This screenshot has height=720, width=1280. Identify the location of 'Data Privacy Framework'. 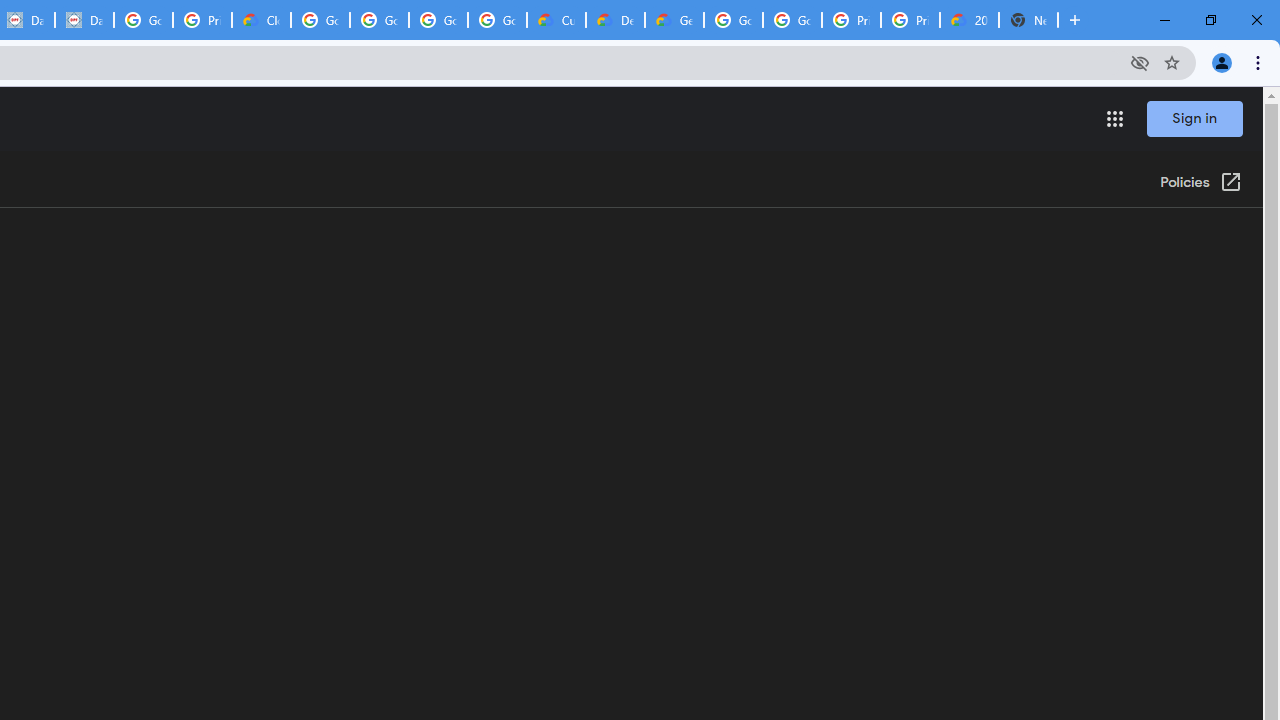
(83, 20).